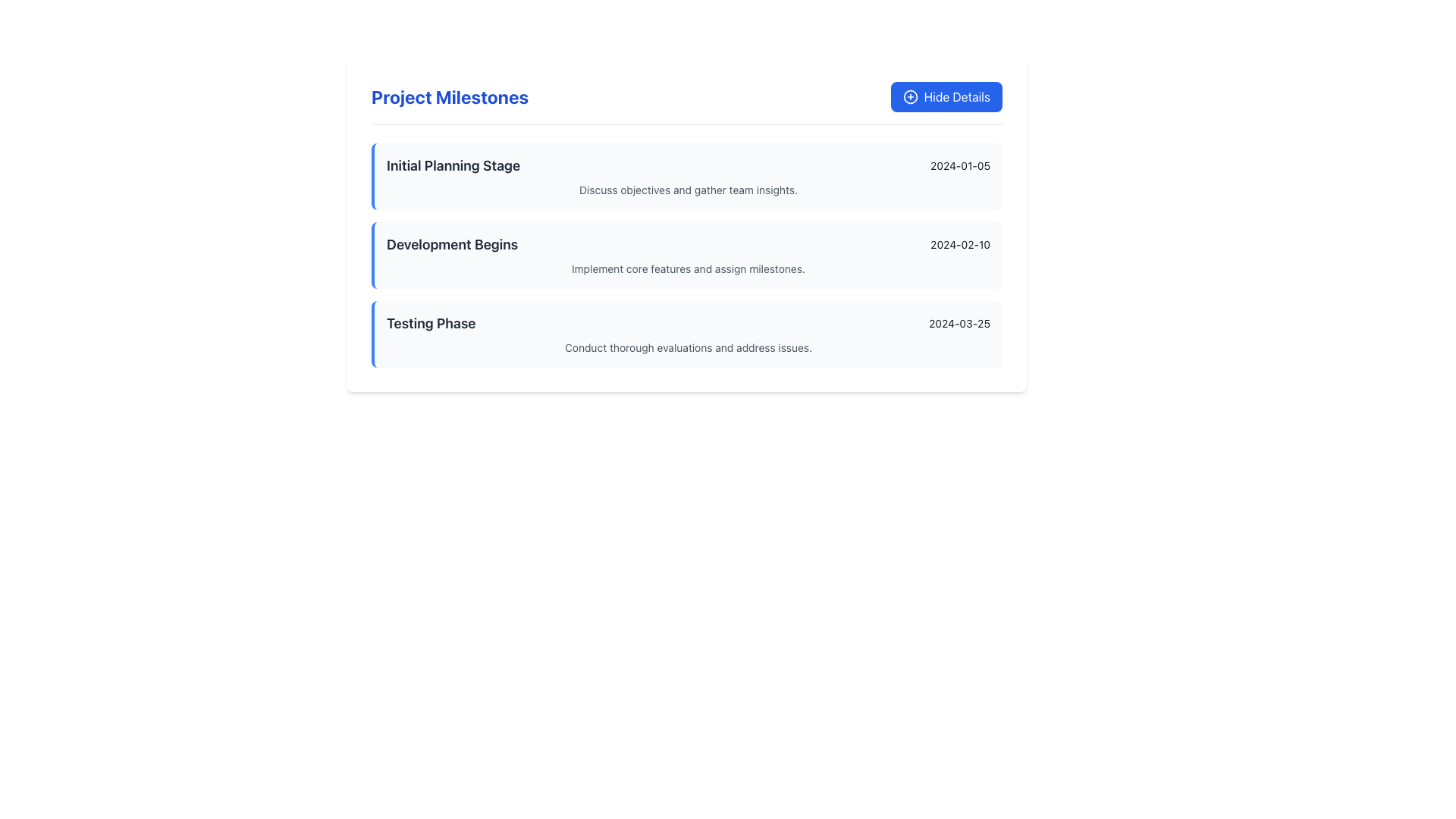  I want to click on the text label that serves as the header or title for the content, located above the 'Hide Details' button, so click(449, 96).